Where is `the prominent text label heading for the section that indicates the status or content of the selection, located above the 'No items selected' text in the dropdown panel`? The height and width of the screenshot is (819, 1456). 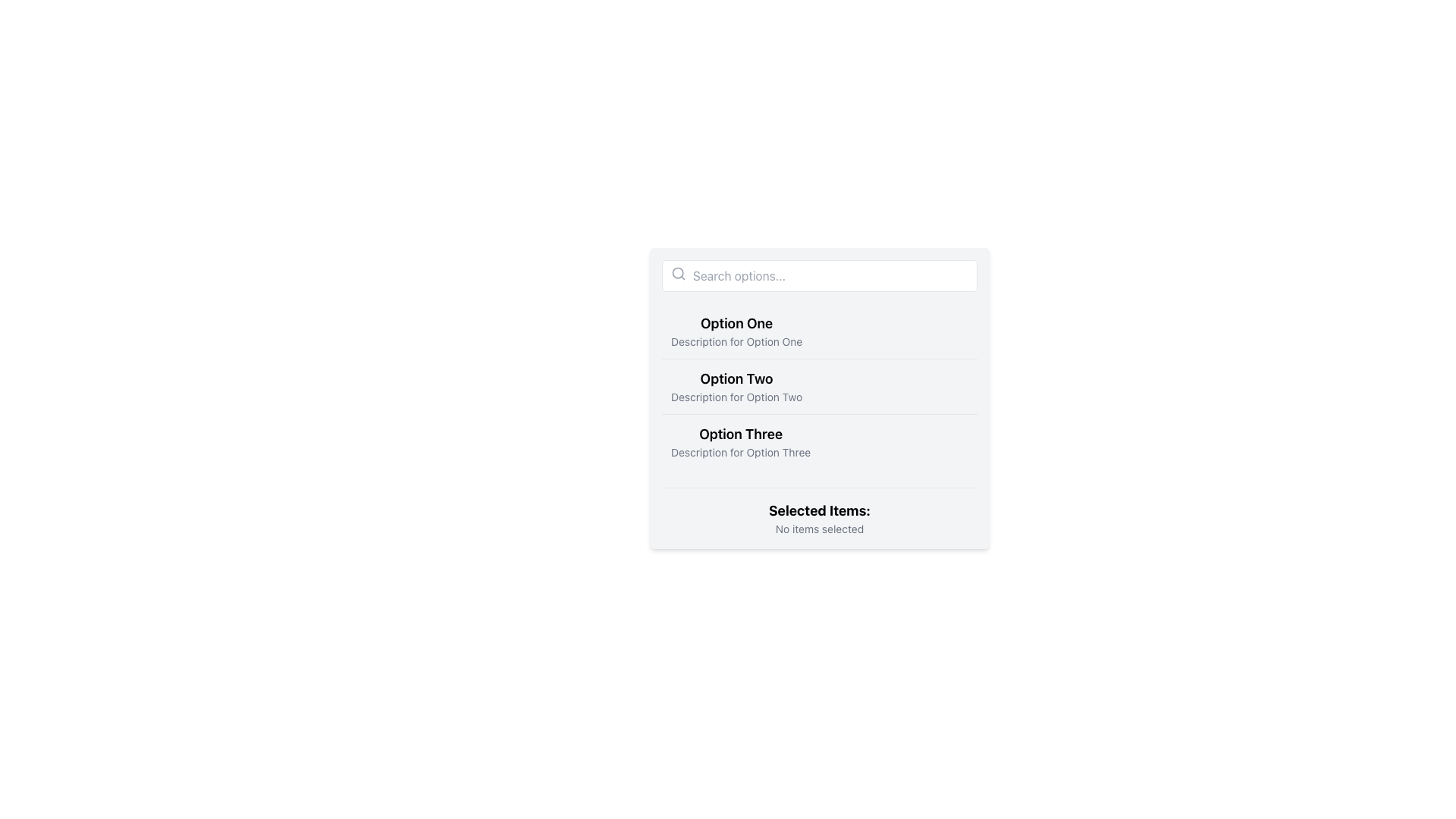 the prominent text label heading for the section that indicates the status or content of the selection, located above the 'No items selected' text in the dropdown panel is located at coordinates (818, 511).